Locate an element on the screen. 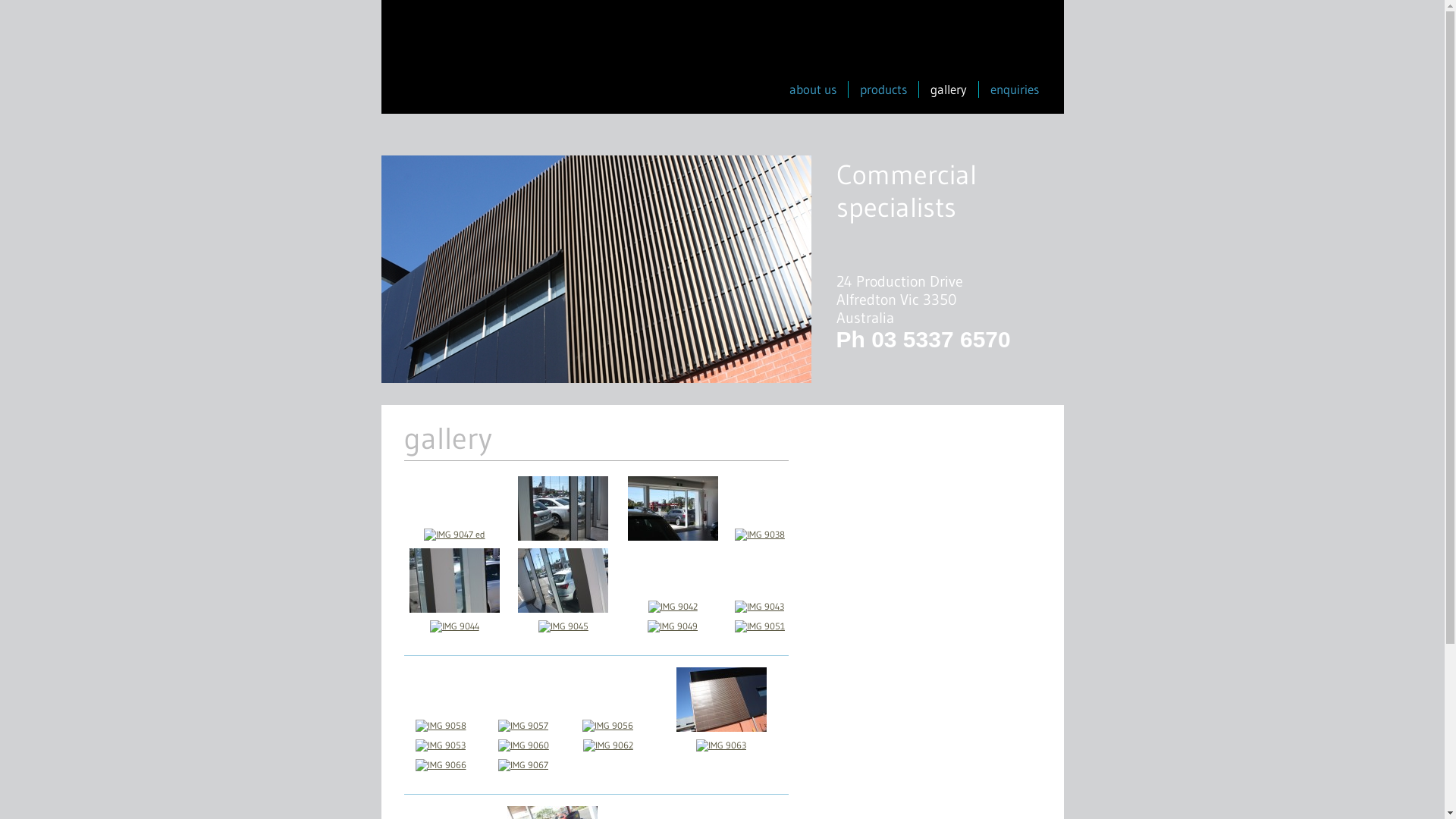 Image resolution: width=1456 pixels, height=819 pixels. 'products' is located at coordinates (883, 89).